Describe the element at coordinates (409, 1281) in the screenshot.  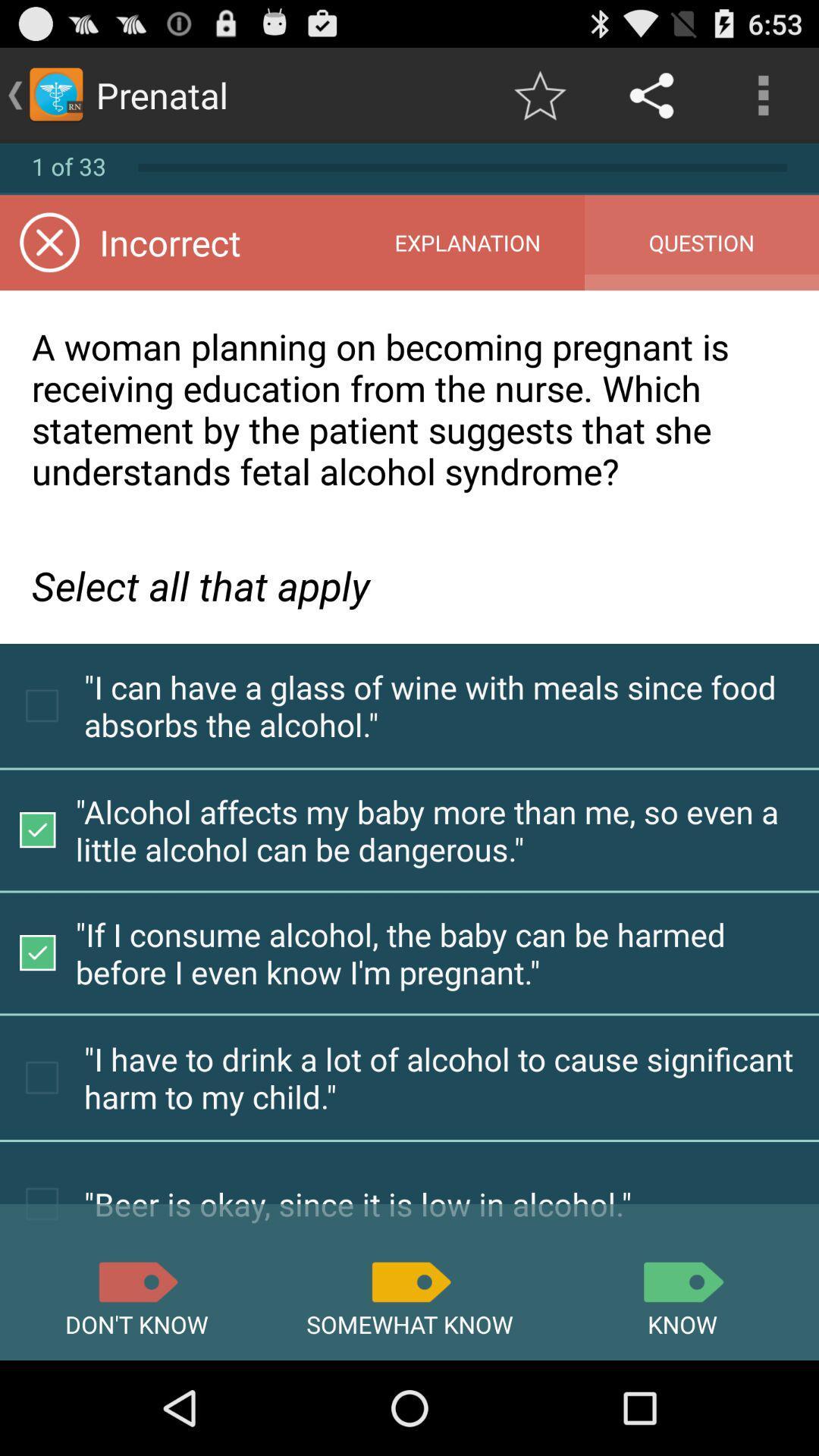
I see `somewhat know` at that location.